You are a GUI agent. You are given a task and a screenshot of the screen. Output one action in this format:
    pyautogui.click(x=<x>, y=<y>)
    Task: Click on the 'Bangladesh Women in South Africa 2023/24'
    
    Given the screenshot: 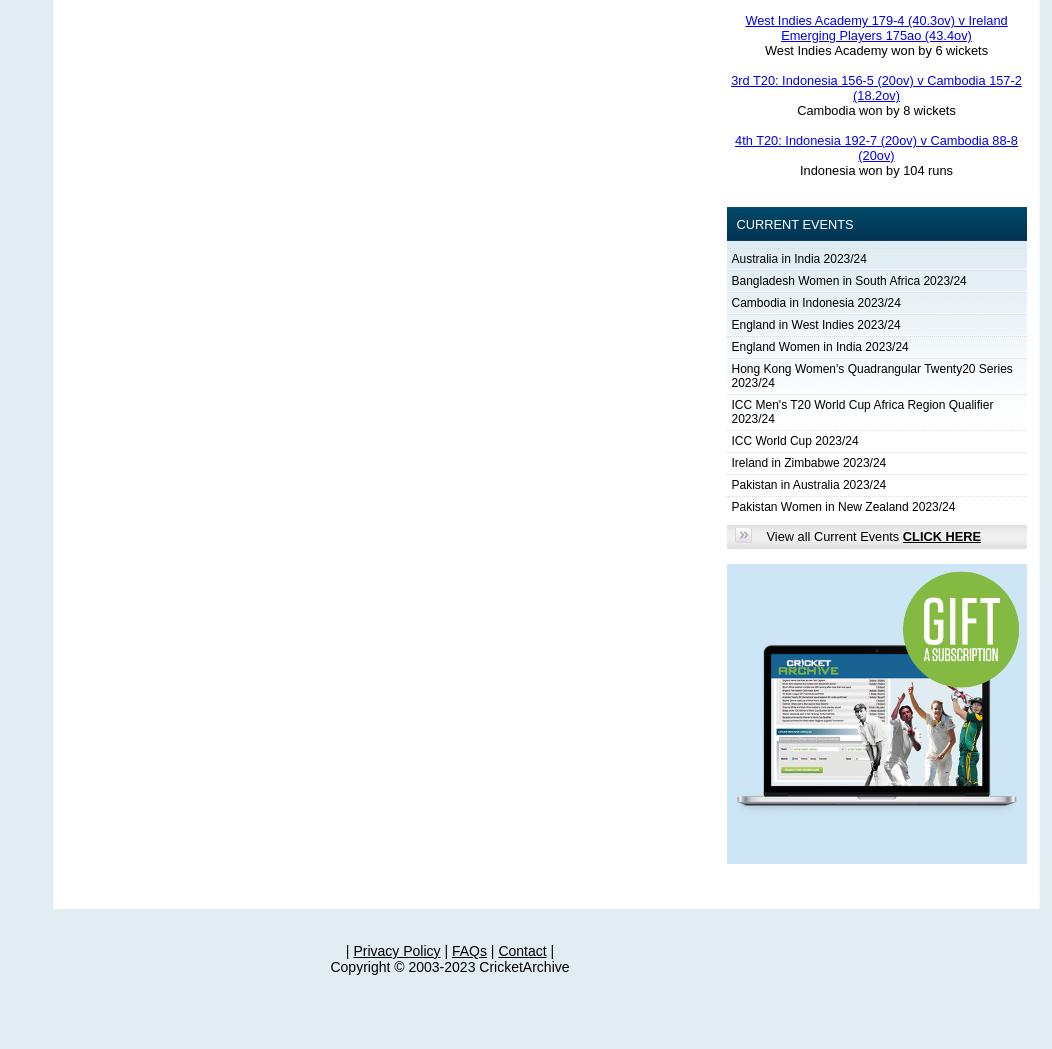 What is the action you would take?
    pyautogui.click(x=847, y=280)
    